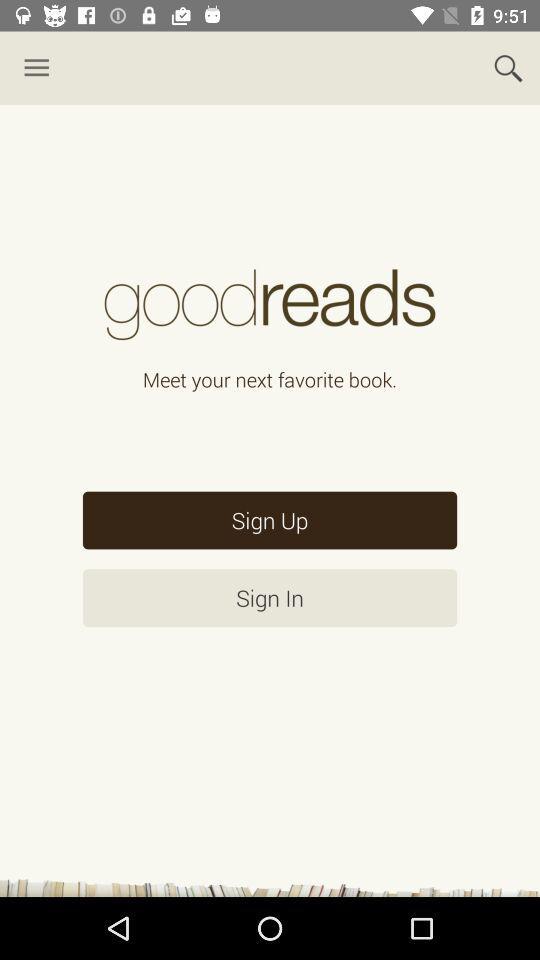 This screenshot has height=960, width=540. I want to click on sign up, so click(270, 519).